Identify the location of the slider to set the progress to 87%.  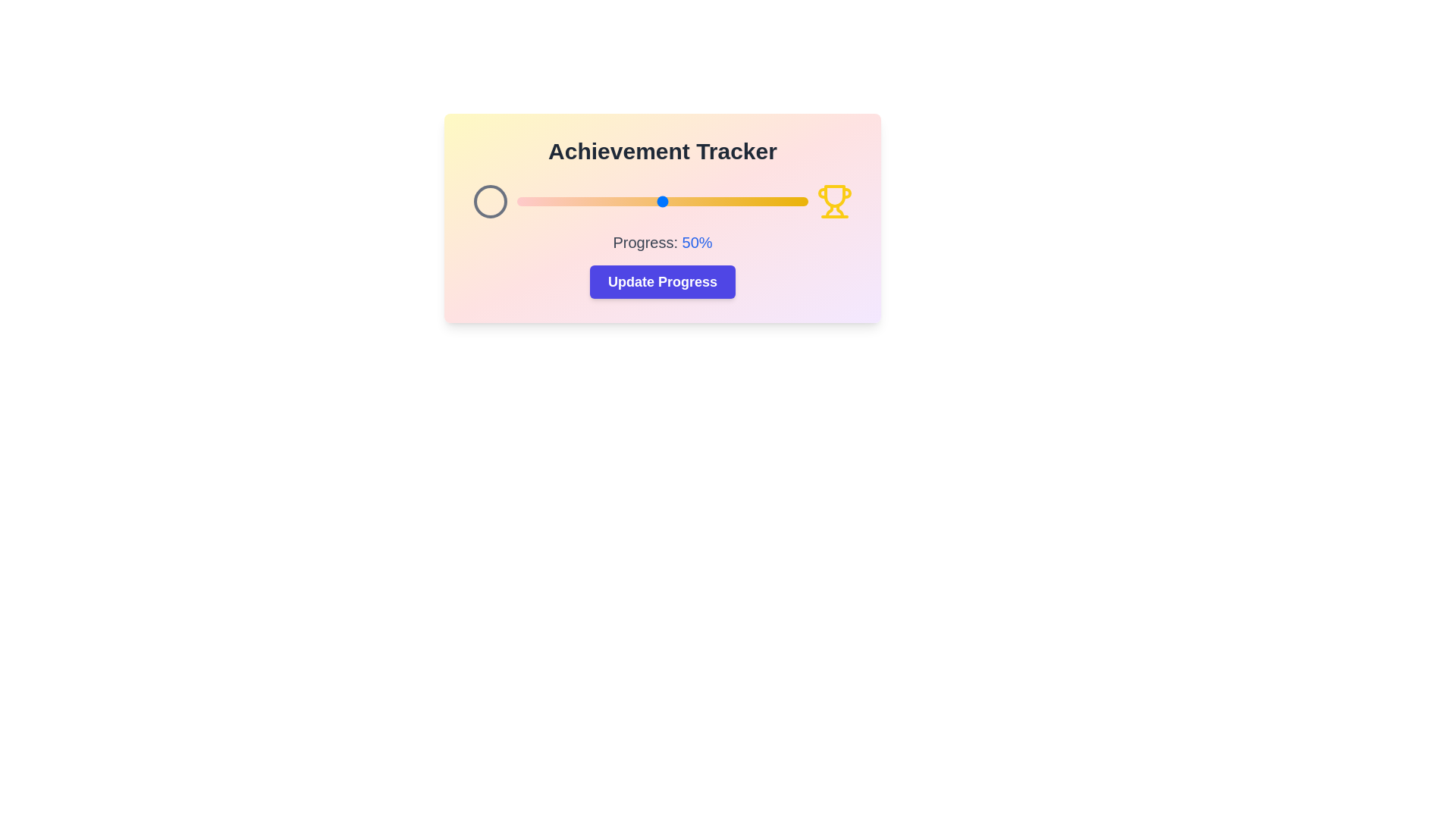
(770, 201).